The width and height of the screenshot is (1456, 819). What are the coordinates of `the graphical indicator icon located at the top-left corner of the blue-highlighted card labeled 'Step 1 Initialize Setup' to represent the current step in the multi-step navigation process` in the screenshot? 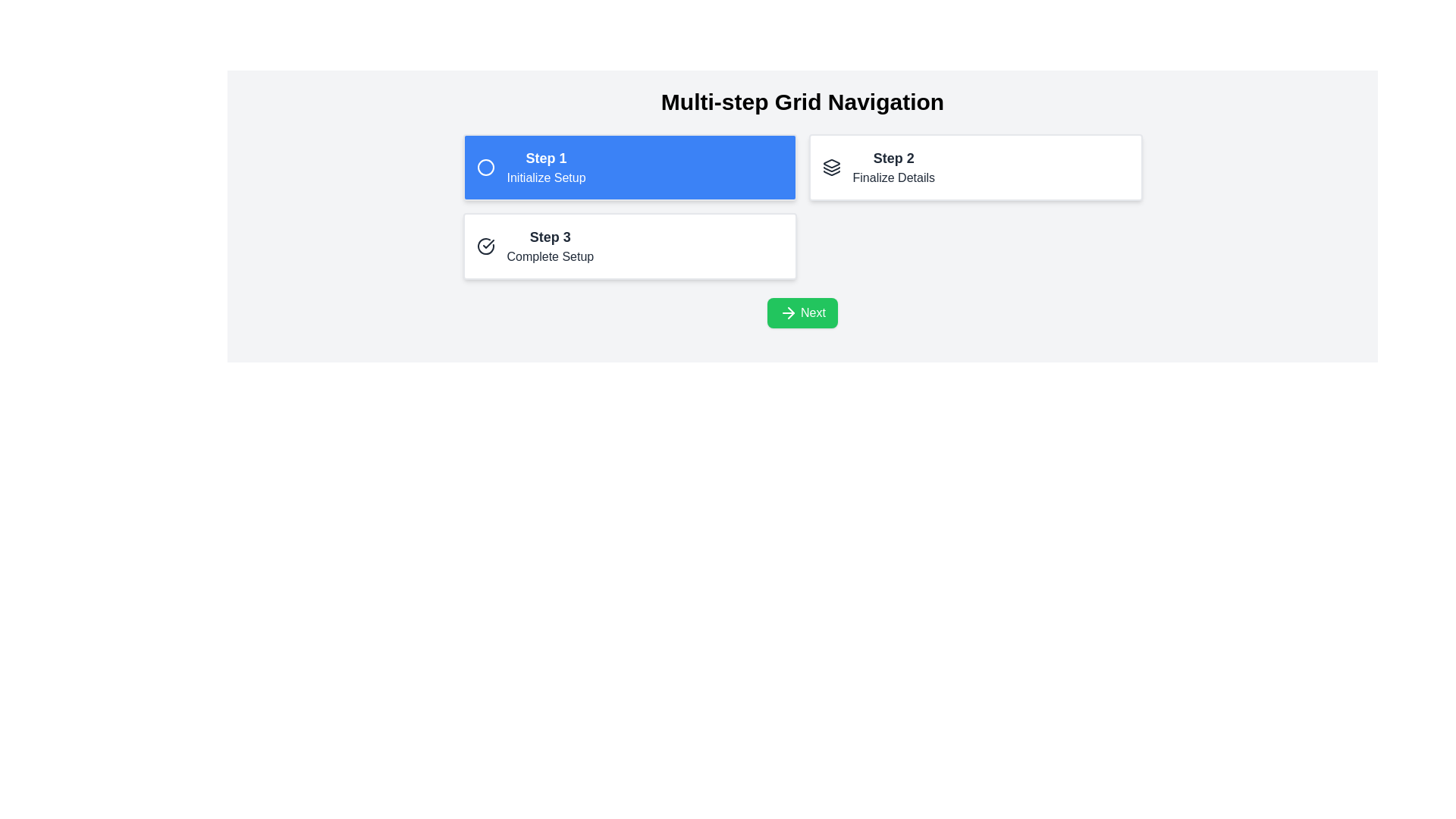 It's located at (485, 167).